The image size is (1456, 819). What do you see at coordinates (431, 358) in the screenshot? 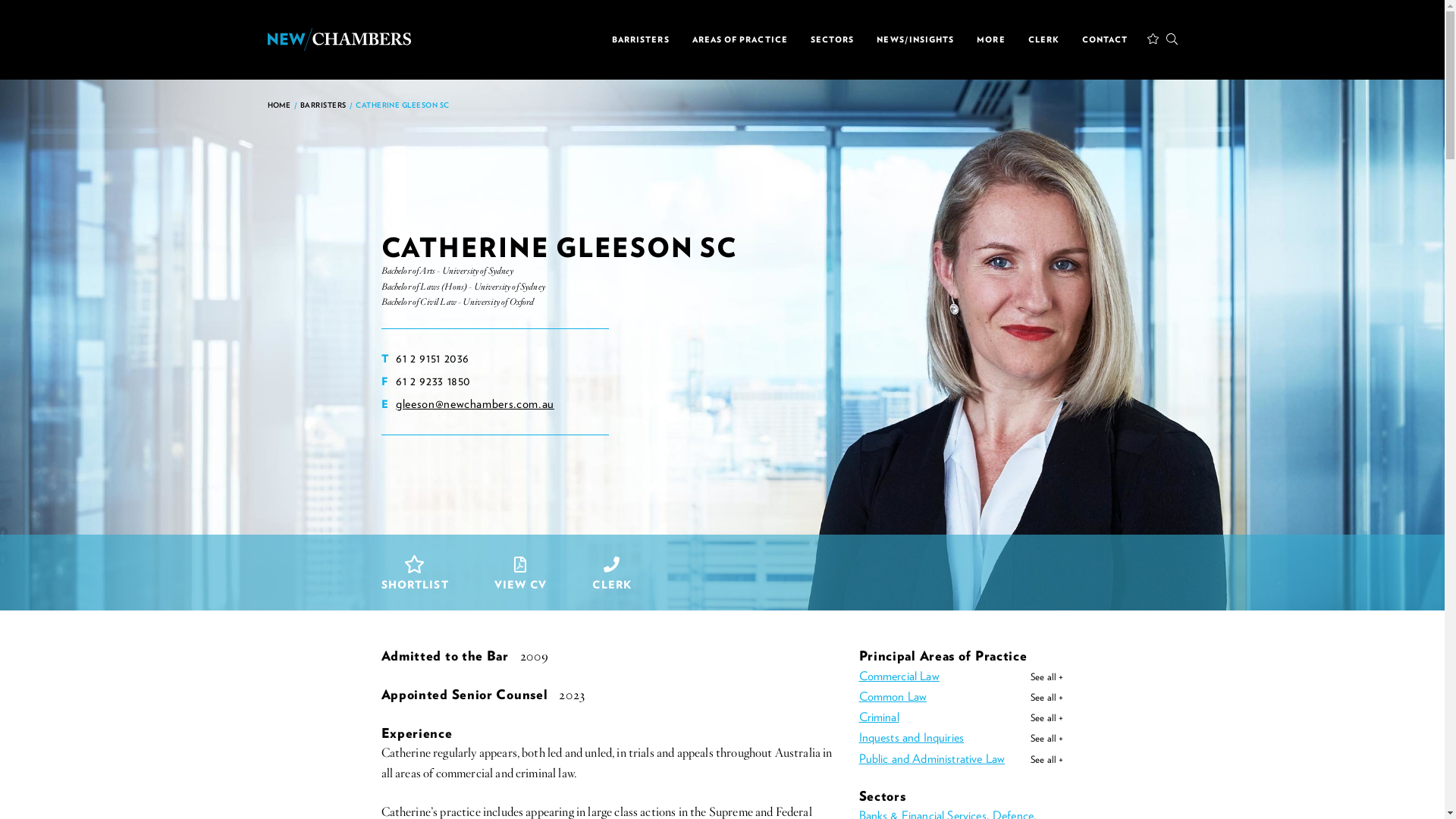
I see `'61 2 9151 2036'` at bounding box center [431, 358].